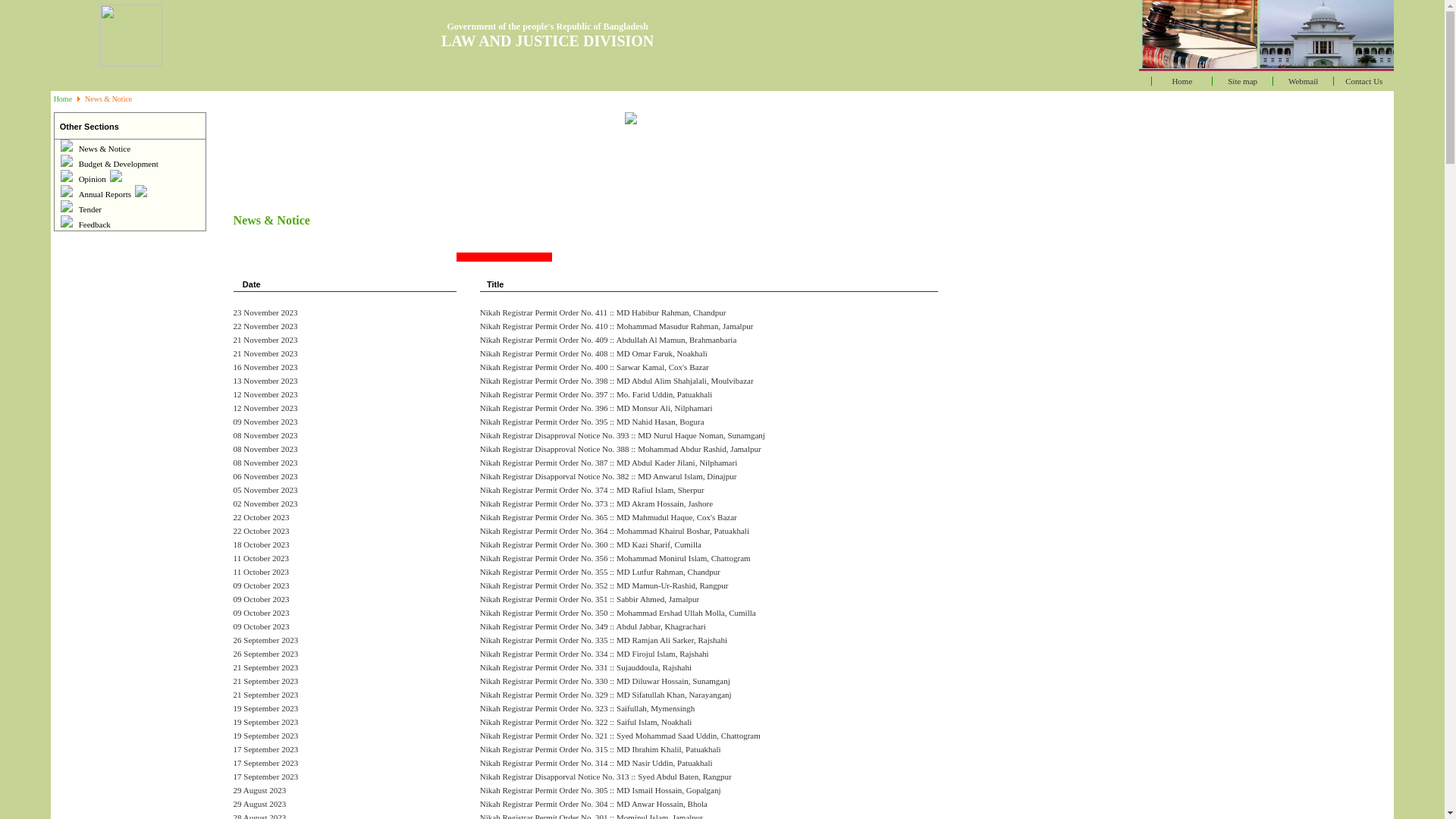 This screenshot has width=1456, height=819. Describe the element at coordinates (100, 177) in the screenshot. I see `'Opinion  '` at that location.